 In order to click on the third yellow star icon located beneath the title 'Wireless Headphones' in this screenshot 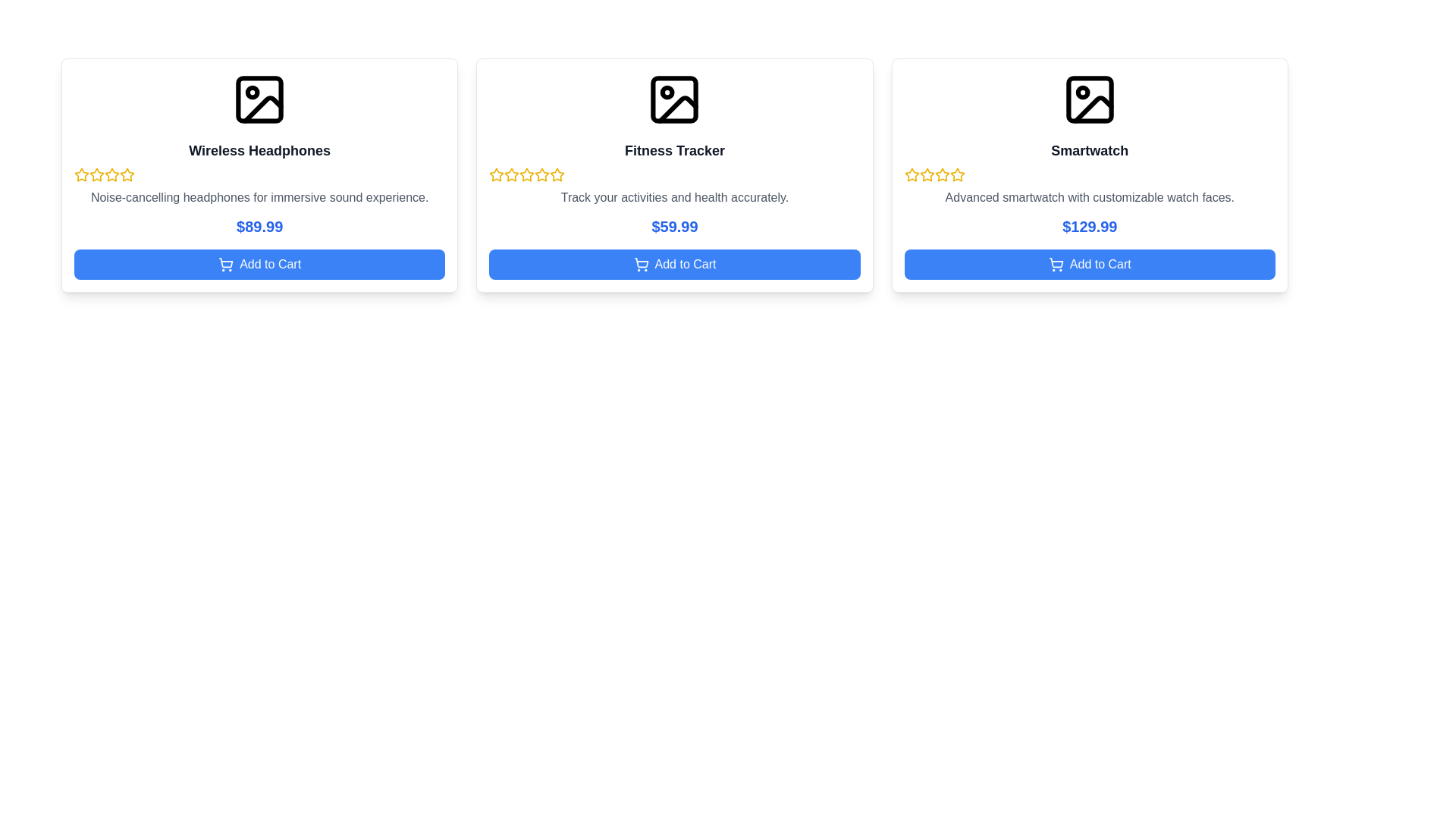, I will do `click(96, 174)`.